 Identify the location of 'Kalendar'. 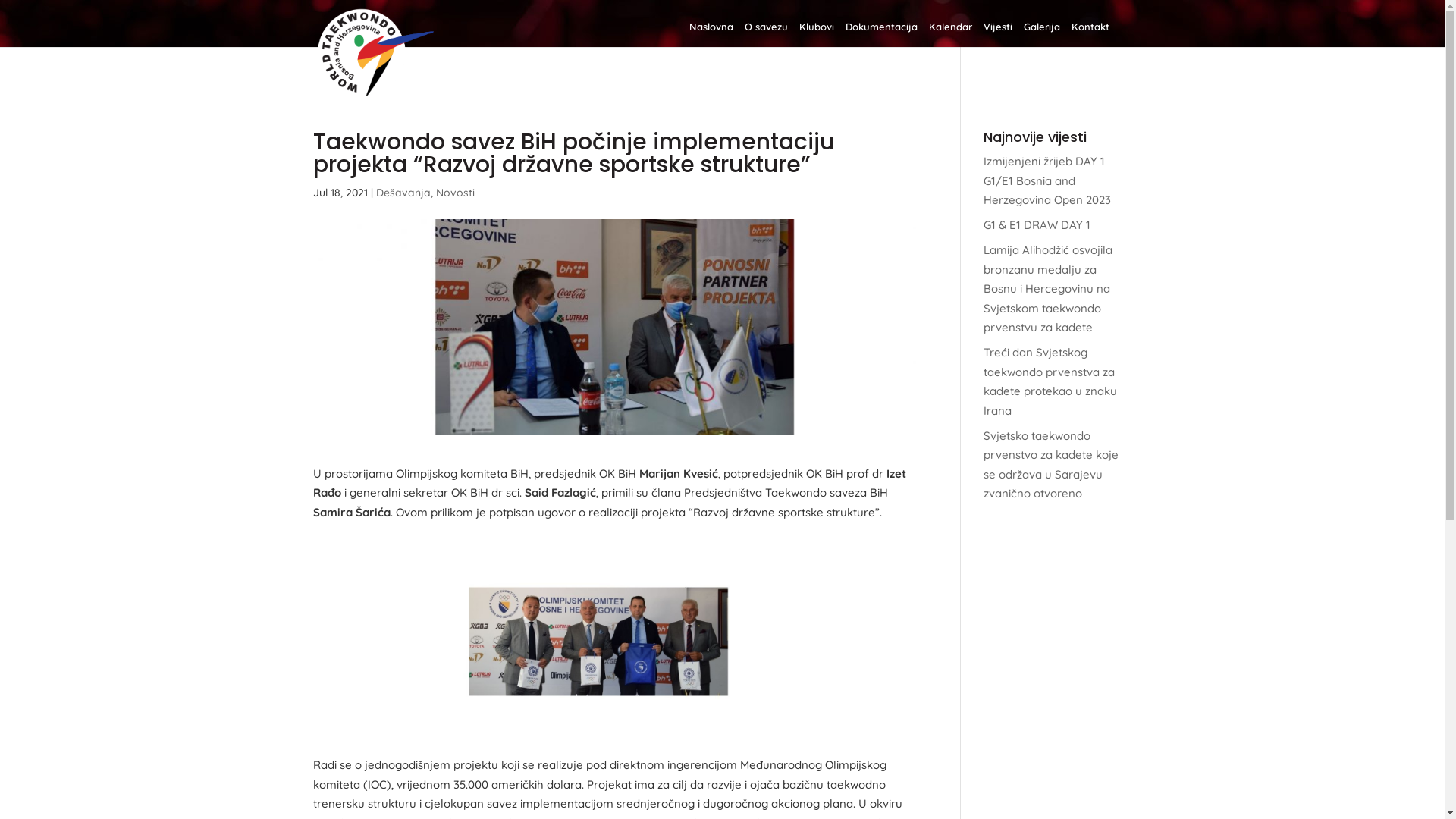
(949, 34).